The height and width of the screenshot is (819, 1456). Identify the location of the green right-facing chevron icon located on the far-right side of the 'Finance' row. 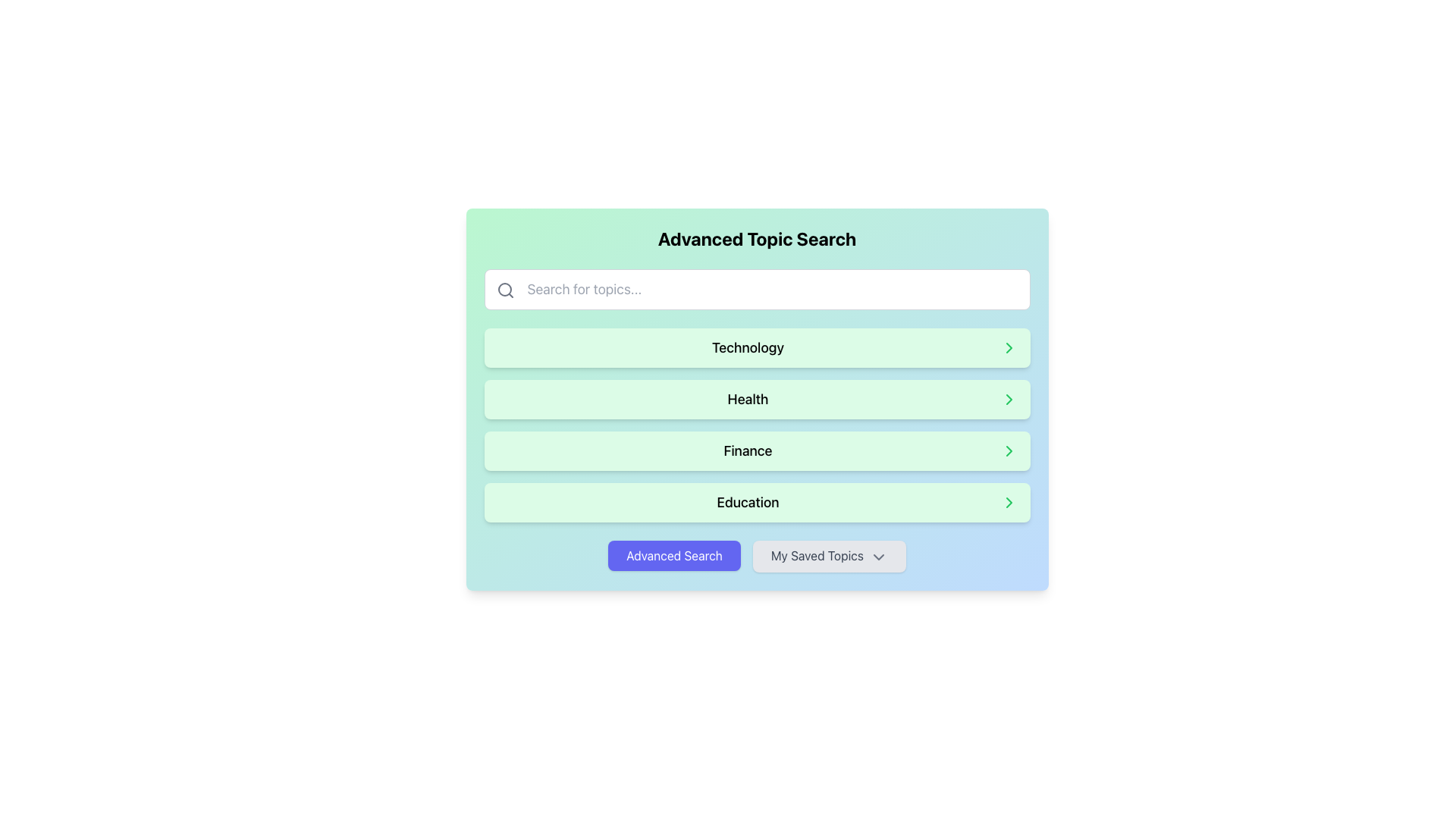
(1009, 450).